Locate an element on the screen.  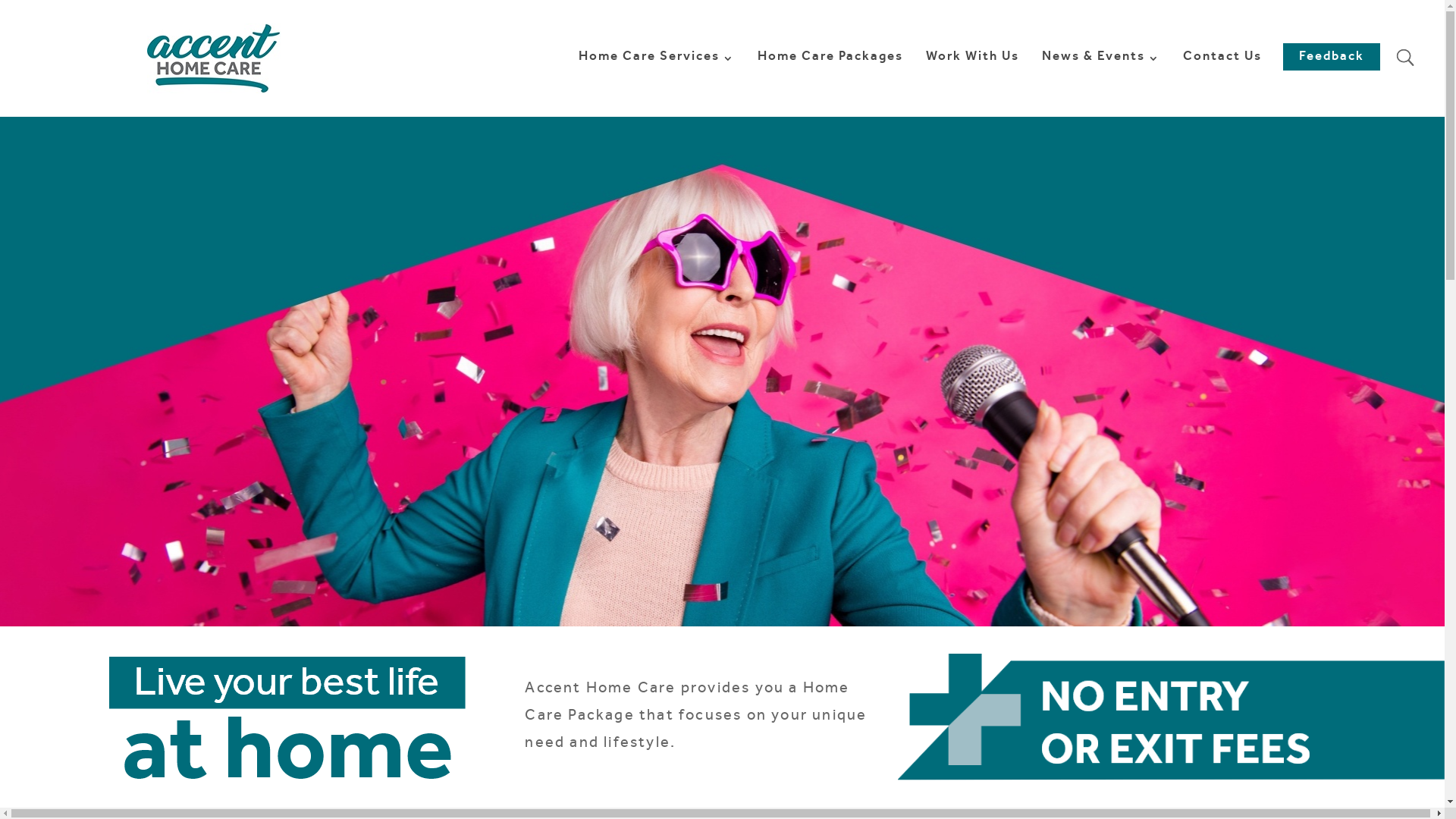
'Contact Us' is located at coordinates (1182, 84).